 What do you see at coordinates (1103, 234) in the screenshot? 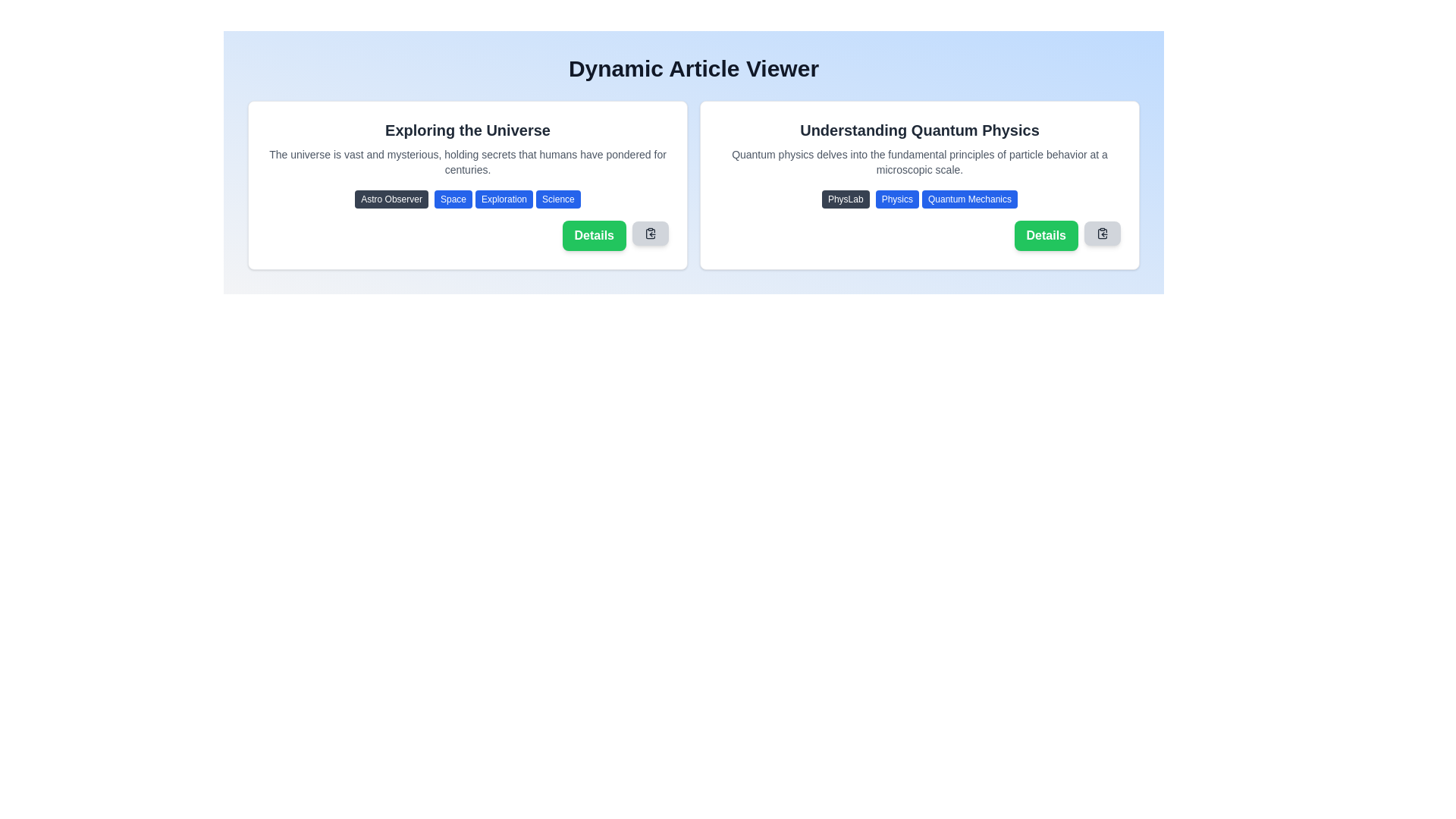
I see `the button with rounded corners and a clipboard icon, located to the right of the 'Details' button` at bounding box center [1103, 234].